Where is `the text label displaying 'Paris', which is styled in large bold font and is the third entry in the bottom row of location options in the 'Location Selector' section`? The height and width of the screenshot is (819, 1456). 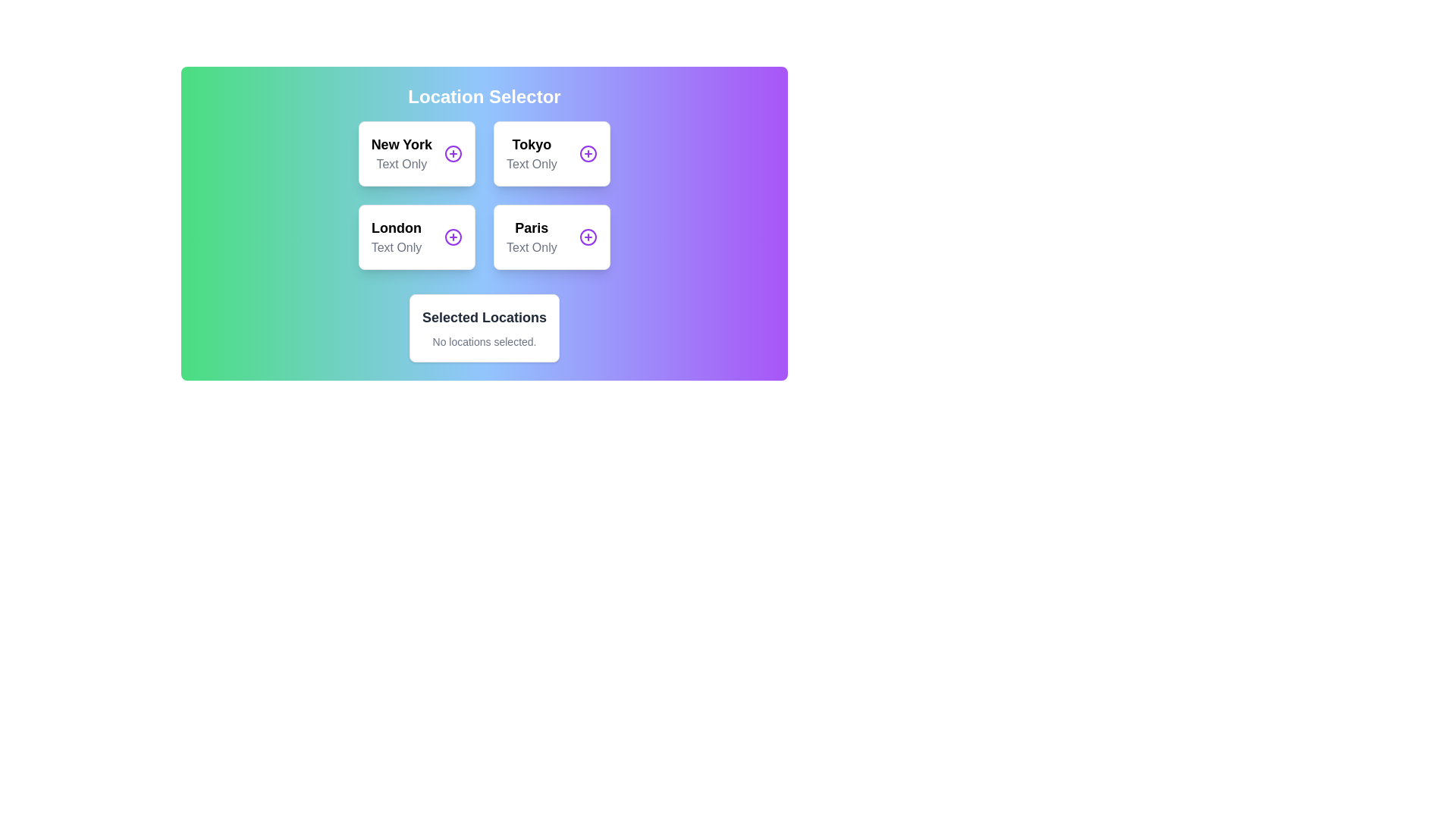 the text label displaying 'Paris', which is styled in large bold font and is the third entry in the bottom row of location options in the 'Location Selector' section is located at coordinates (532, 227).